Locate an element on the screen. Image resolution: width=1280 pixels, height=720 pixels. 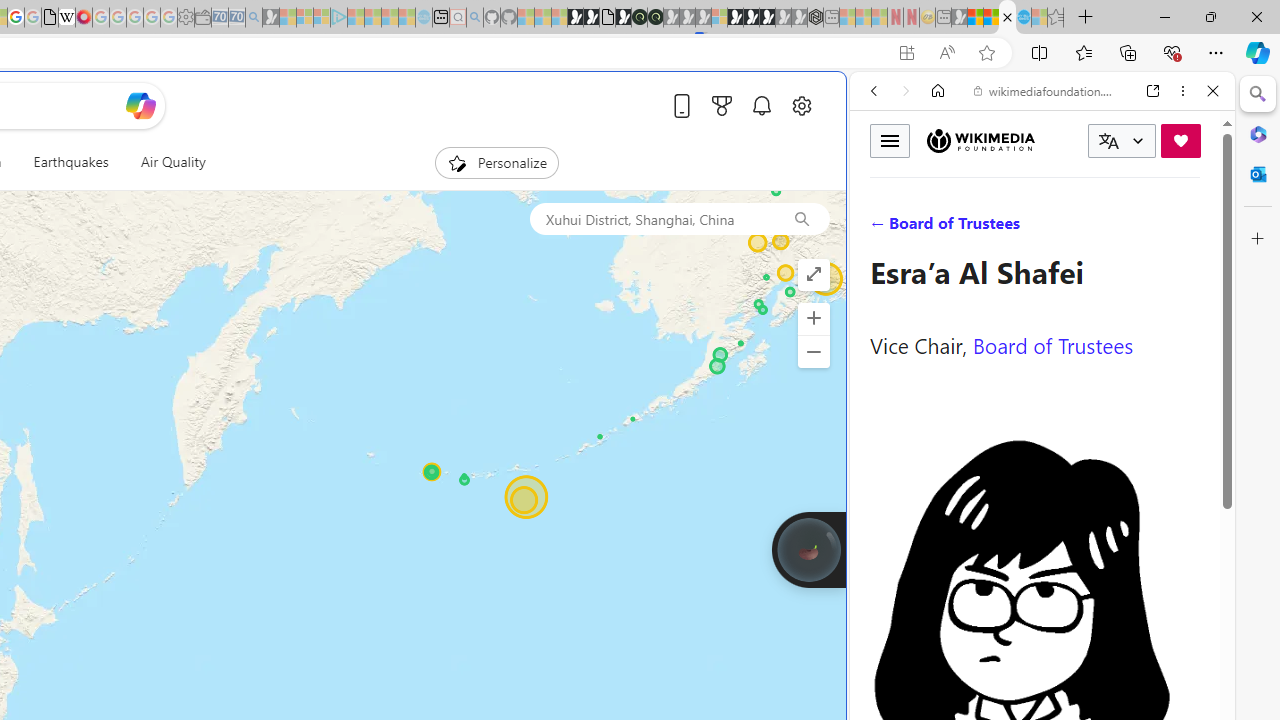
'github - Search - Sleeping' is located at coordinates (473, 17).